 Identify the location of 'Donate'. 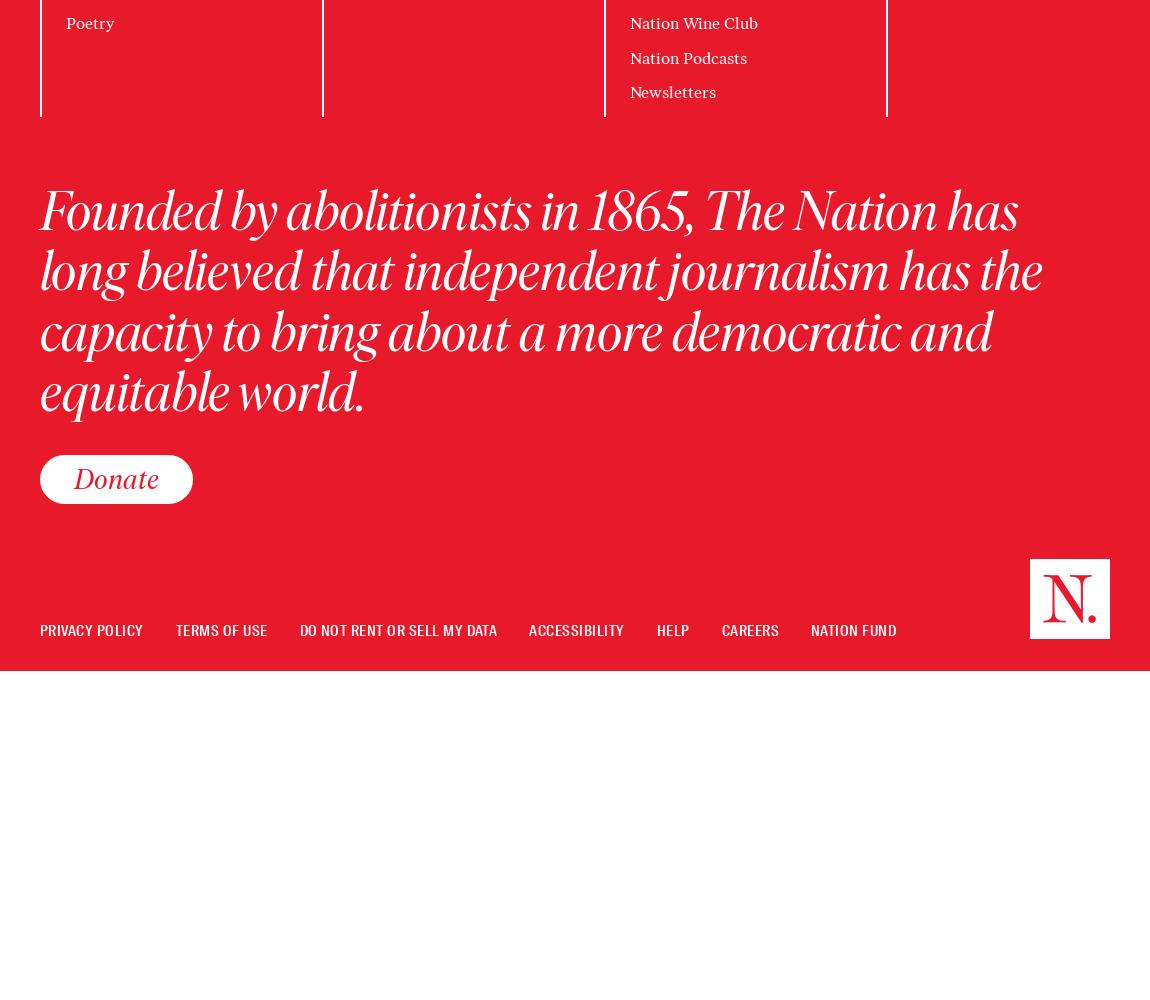
(115, 477).